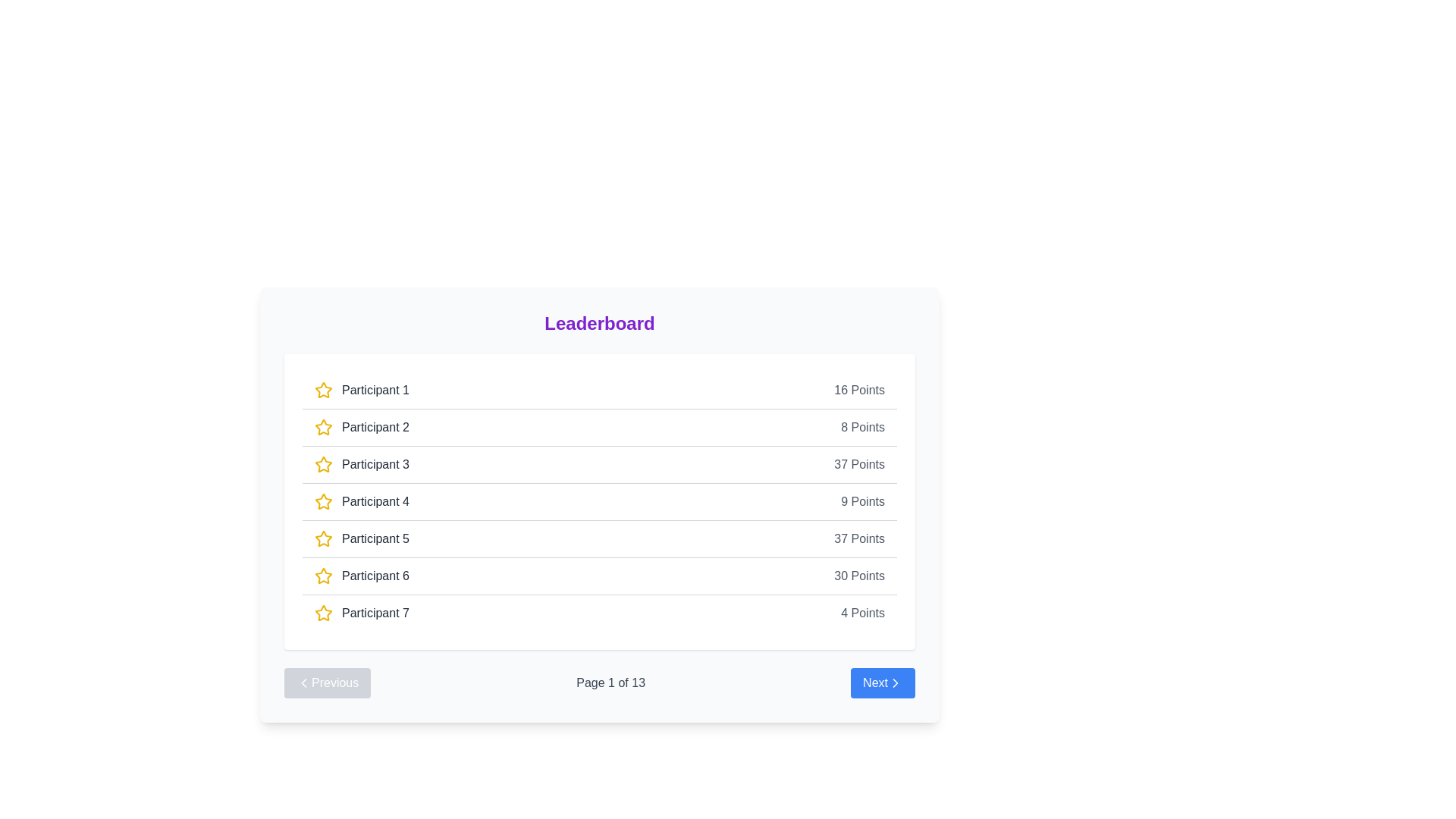  I want to click on the score of 'Participant 5' in the fifth row of the leaderboard list, which displays '37 Points', so click(599, 538).